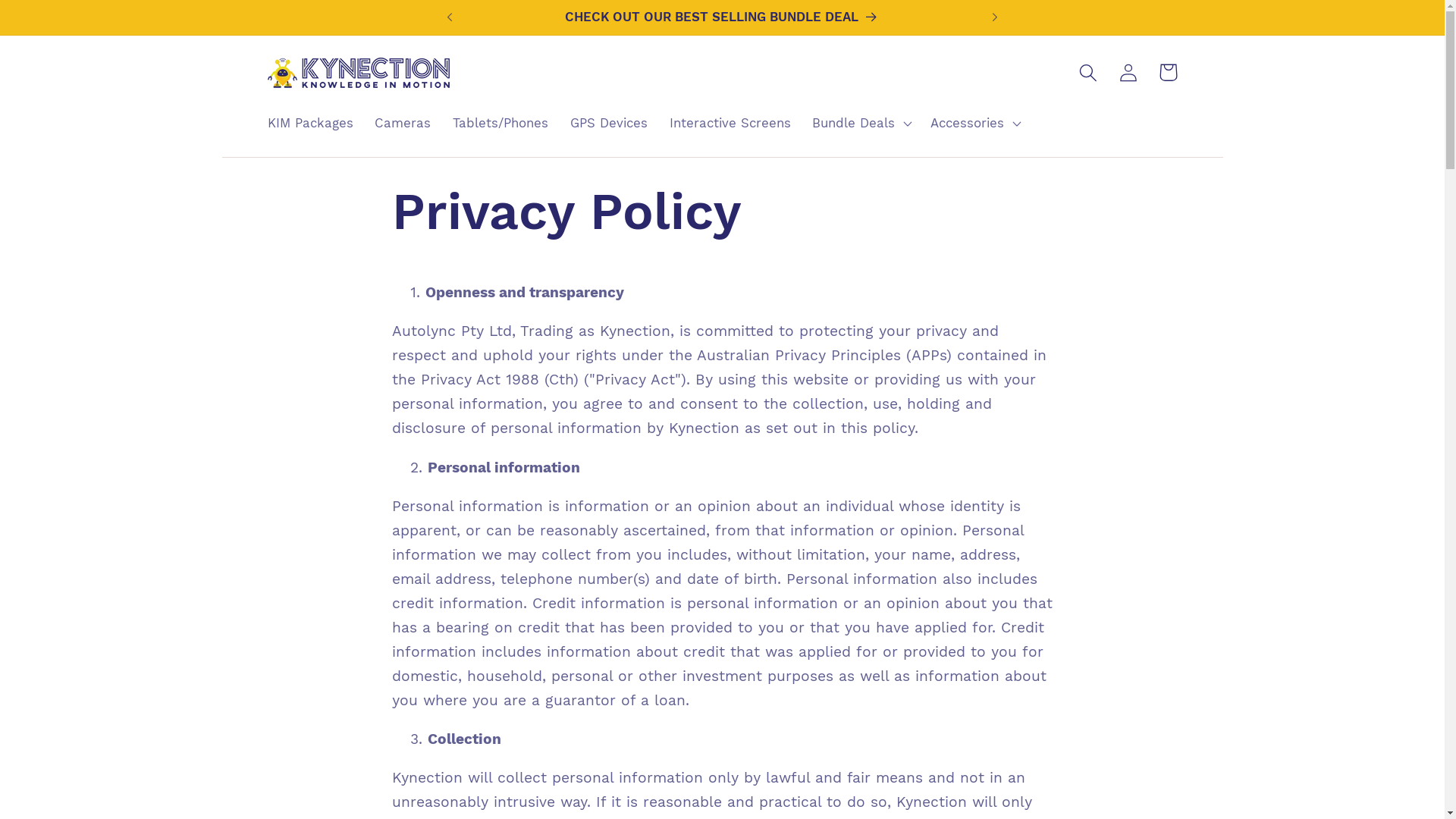 Image resolution: width=1456 pixels, height=819 pixels. Describe the element at coordinates (730, 122) in the screenshot. I see `'Interactive Screens'` at that location.